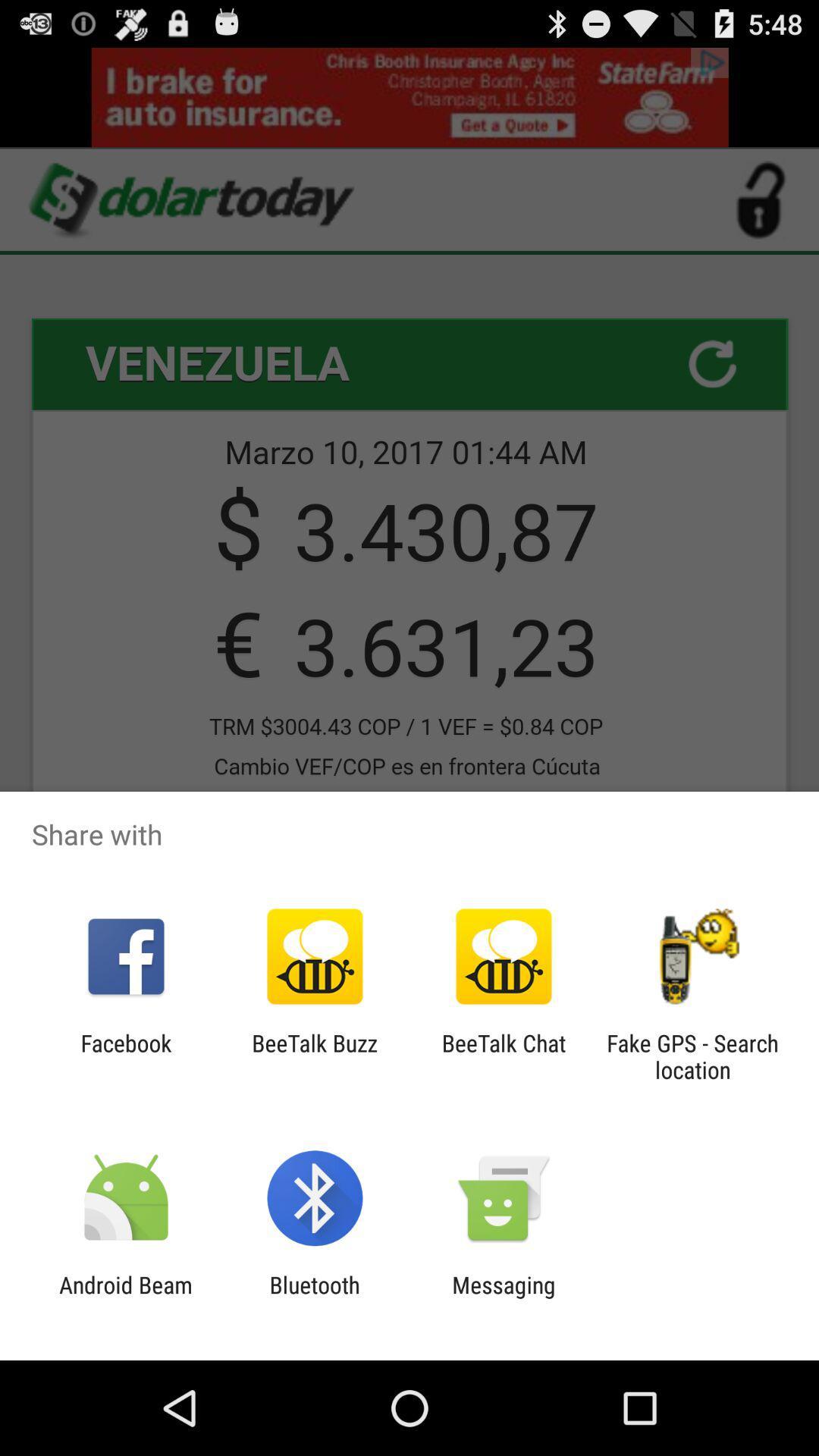 Image resolution: width=819 pixels, height=1456 pixels. I want to click on item to the right of the android beam item, so click(314, 1298).